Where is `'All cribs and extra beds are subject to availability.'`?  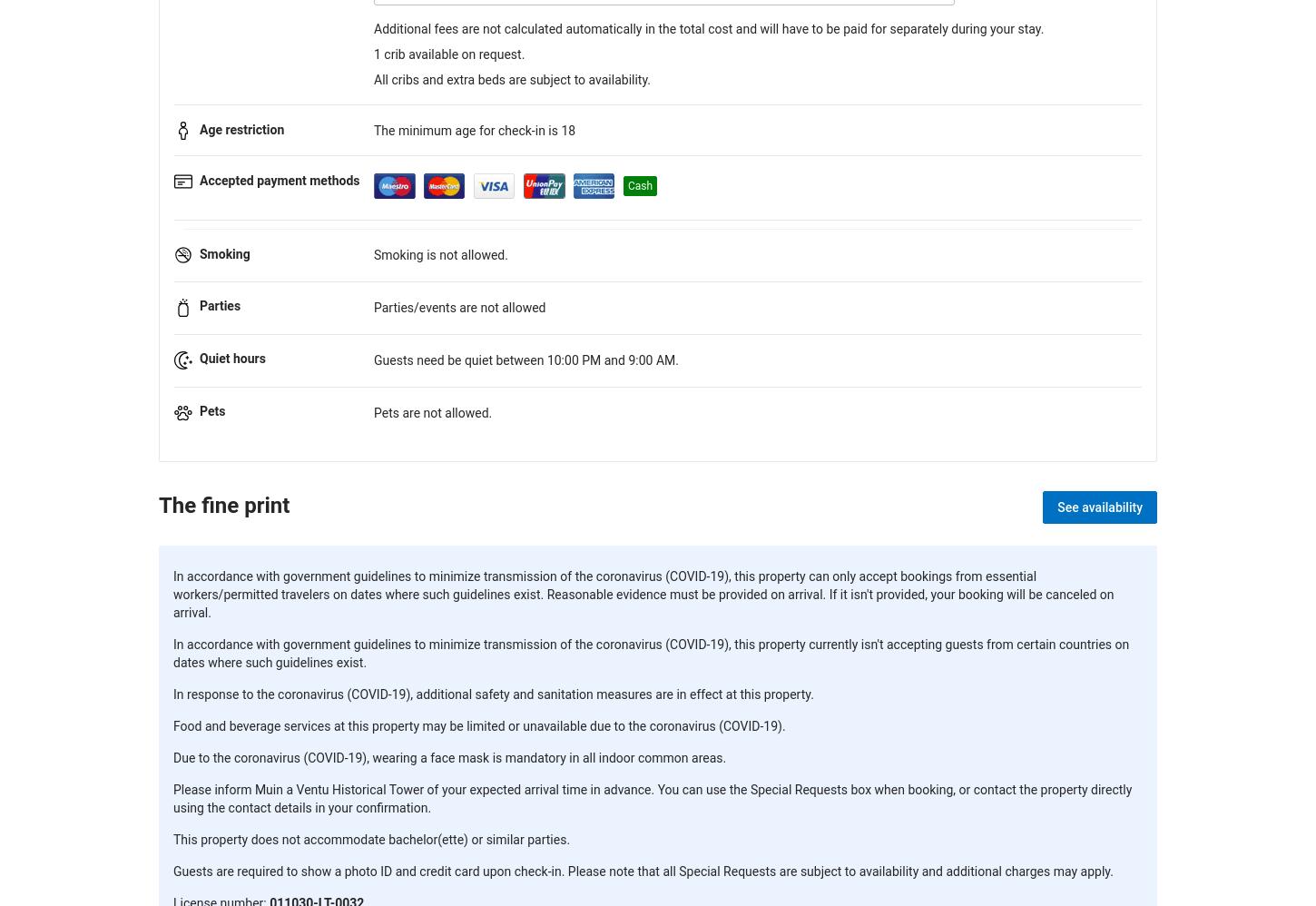 'All cribs and extra beds are subject to availability.' is located at coordinates (512, 79).